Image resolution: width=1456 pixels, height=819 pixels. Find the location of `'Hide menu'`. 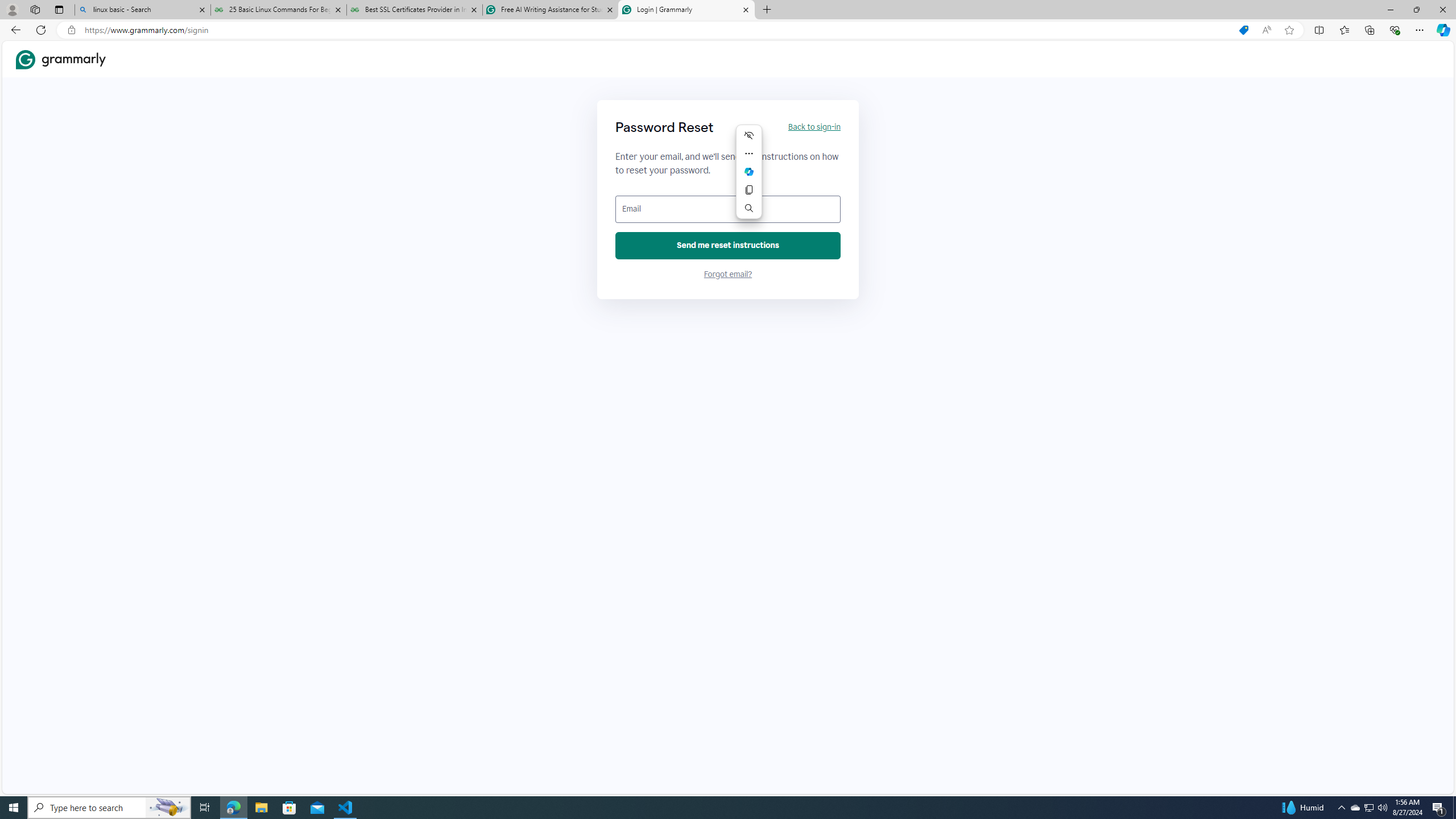

'Hide menu' is located at coordinates (748, 135).